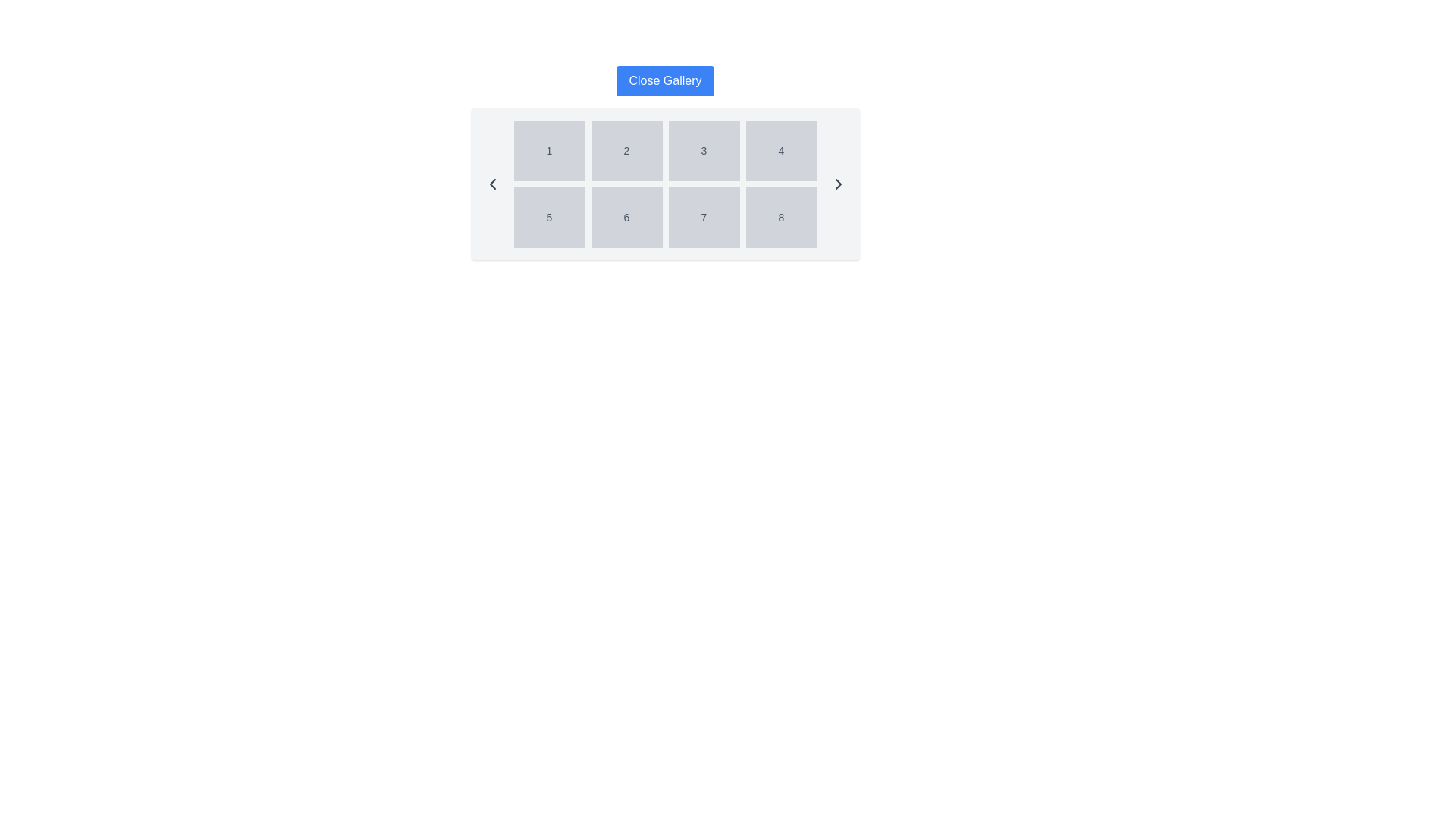 Image resolution: width=1456 pixels, height=819 pixels. Describe the element at coordinates (626, 217) in the screenshot. I see `the button labeled '6' with a light gray background in the second row, second column of the grid` at that location.